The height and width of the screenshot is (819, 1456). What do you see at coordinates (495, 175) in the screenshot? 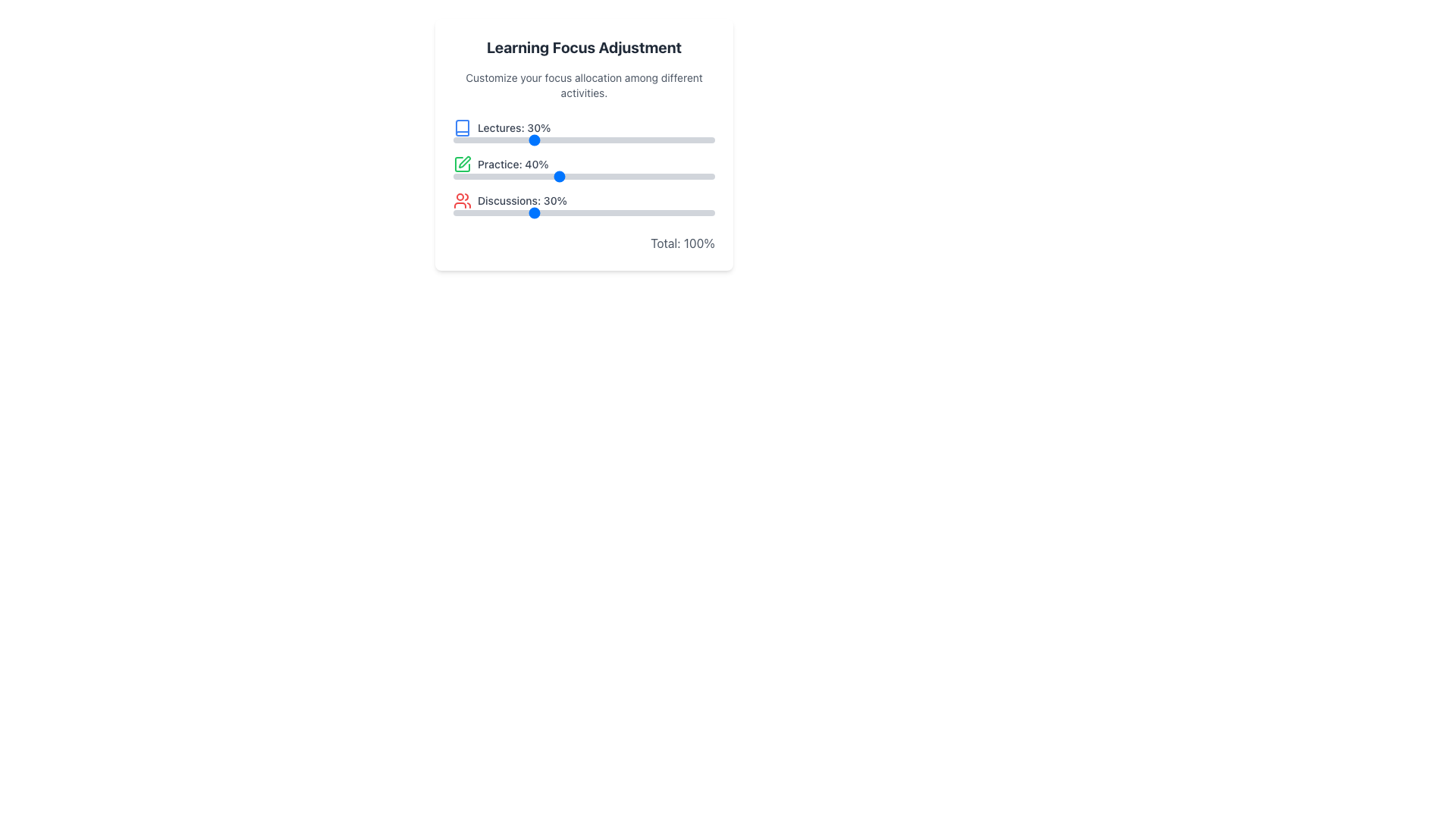
I see `the 'Practice' slider` at bounding box center [495, 175].